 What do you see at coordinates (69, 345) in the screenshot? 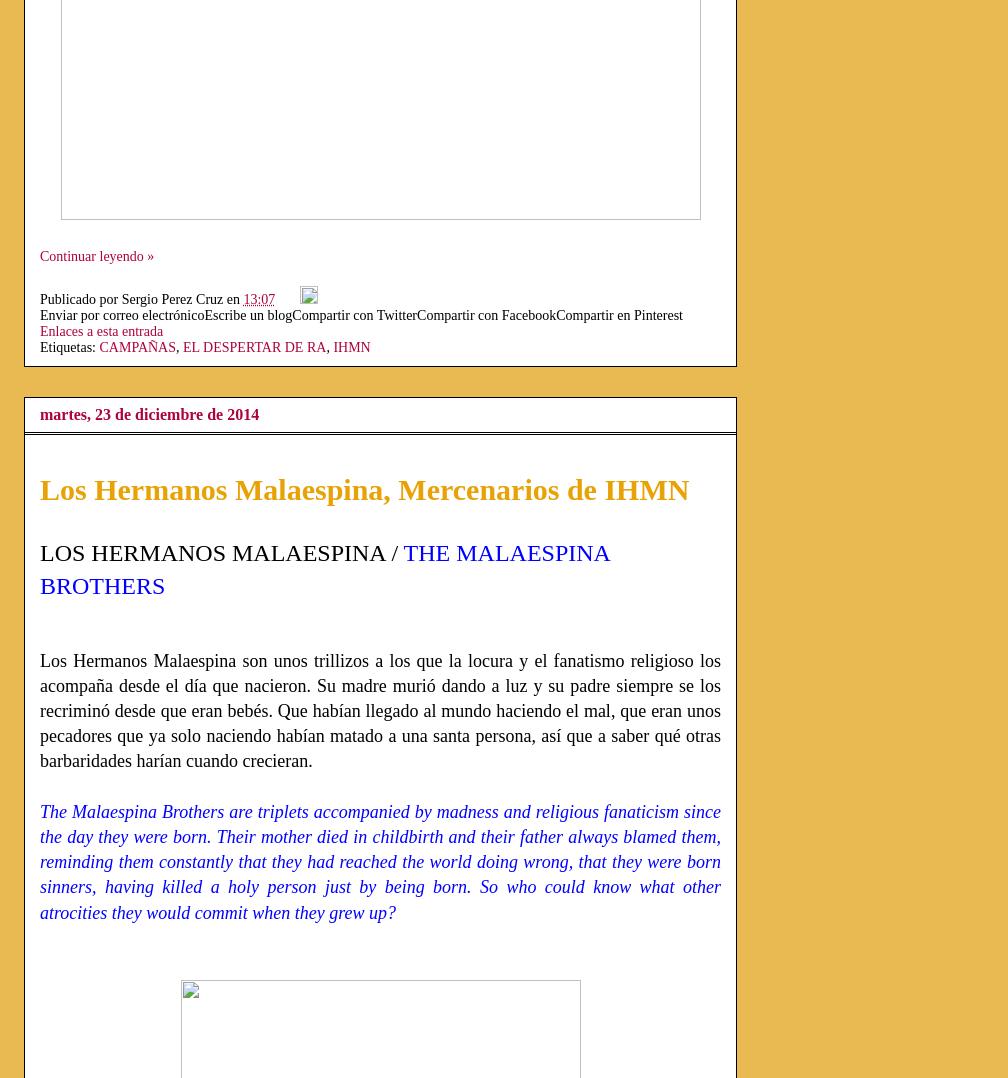
I see `'Etiquetas:'` at bounding box center [69, 345].